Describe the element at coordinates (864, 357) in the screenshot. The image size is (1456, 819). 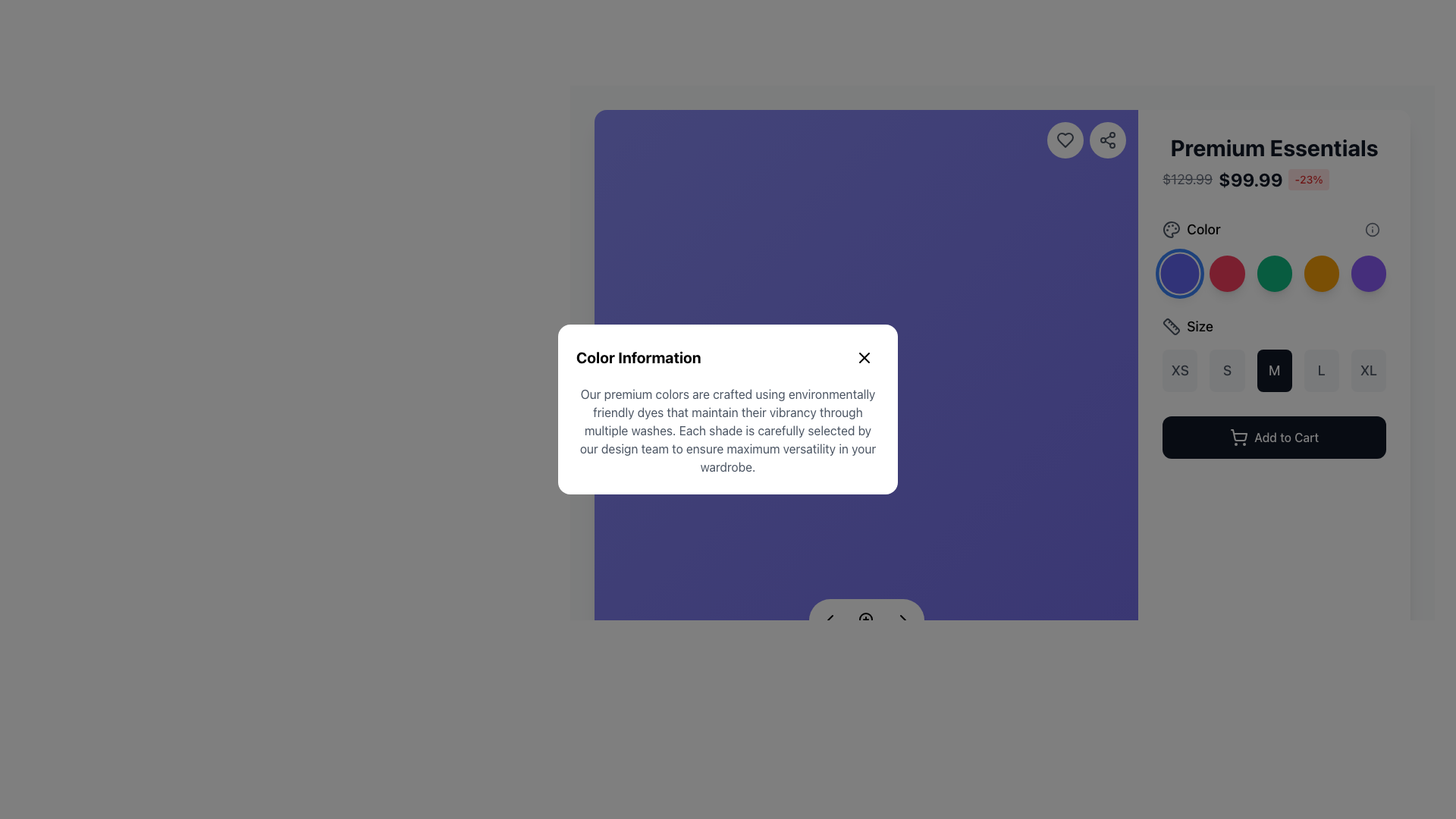
I see `the close button located in the top-right corner of the 'Color Information' pop-up` at that location.